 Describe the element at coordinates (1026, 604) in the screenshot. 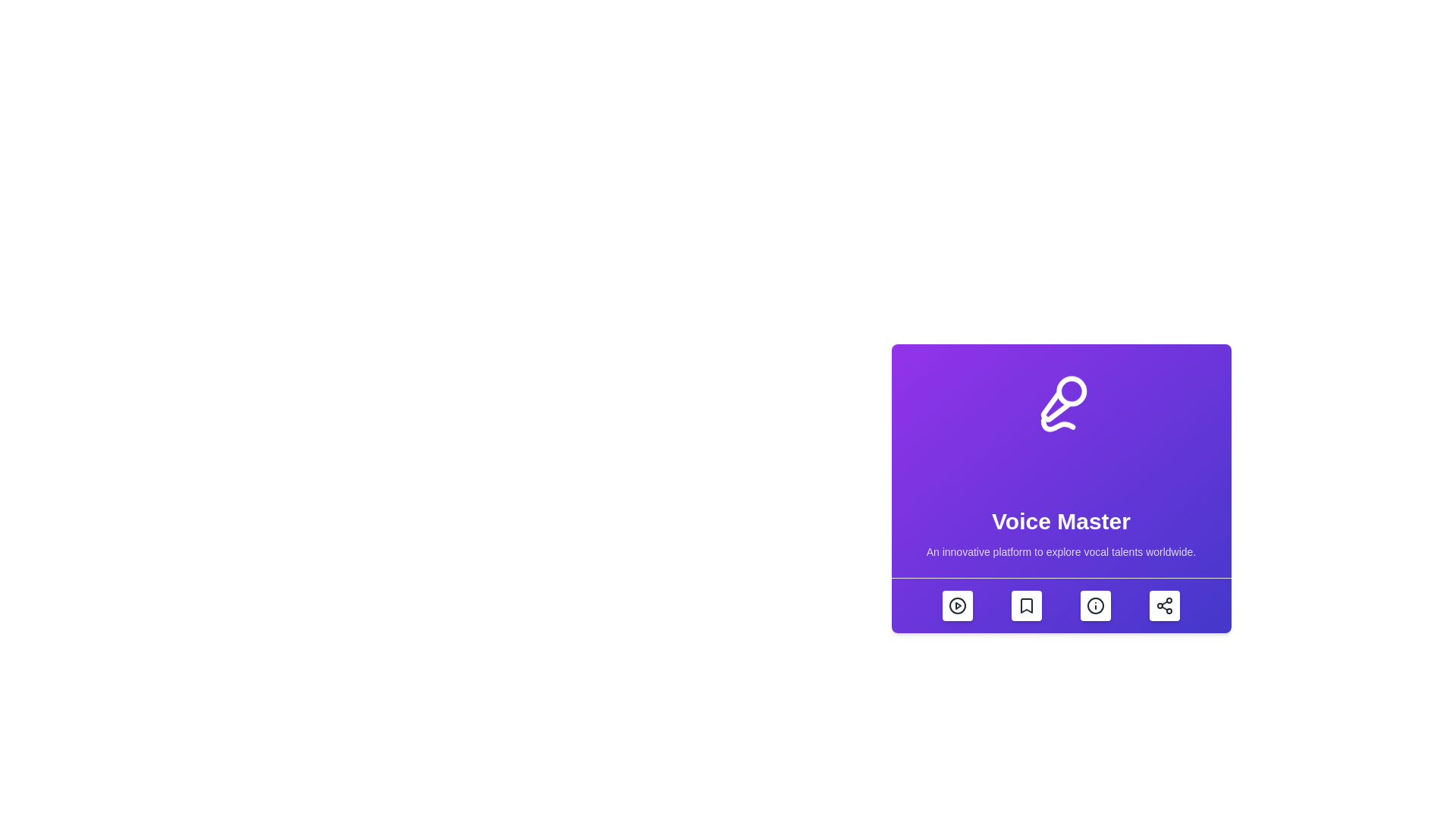

I see `the second button from the left in the horizontal set of four action buttons, which serves as the Bookmark icon` at that location.